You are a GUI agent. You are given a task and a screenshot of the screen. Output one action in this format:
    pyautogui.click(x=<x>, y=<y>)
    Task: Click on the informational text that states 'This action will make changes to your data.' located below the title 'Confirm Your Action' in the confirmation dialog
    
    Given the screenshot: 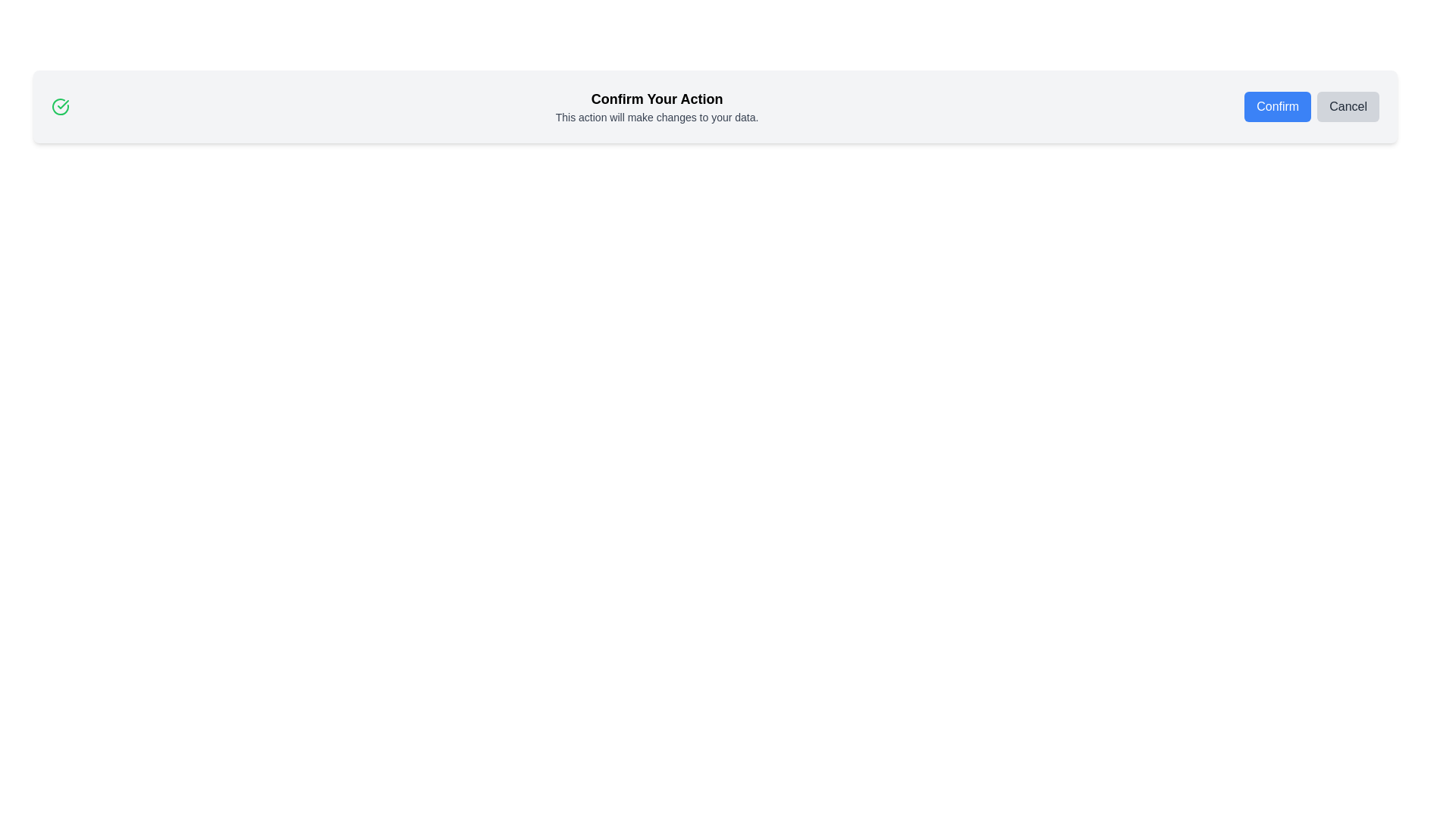 What is the action you would take?
    pyautogui.click(x=657, y=116)
    